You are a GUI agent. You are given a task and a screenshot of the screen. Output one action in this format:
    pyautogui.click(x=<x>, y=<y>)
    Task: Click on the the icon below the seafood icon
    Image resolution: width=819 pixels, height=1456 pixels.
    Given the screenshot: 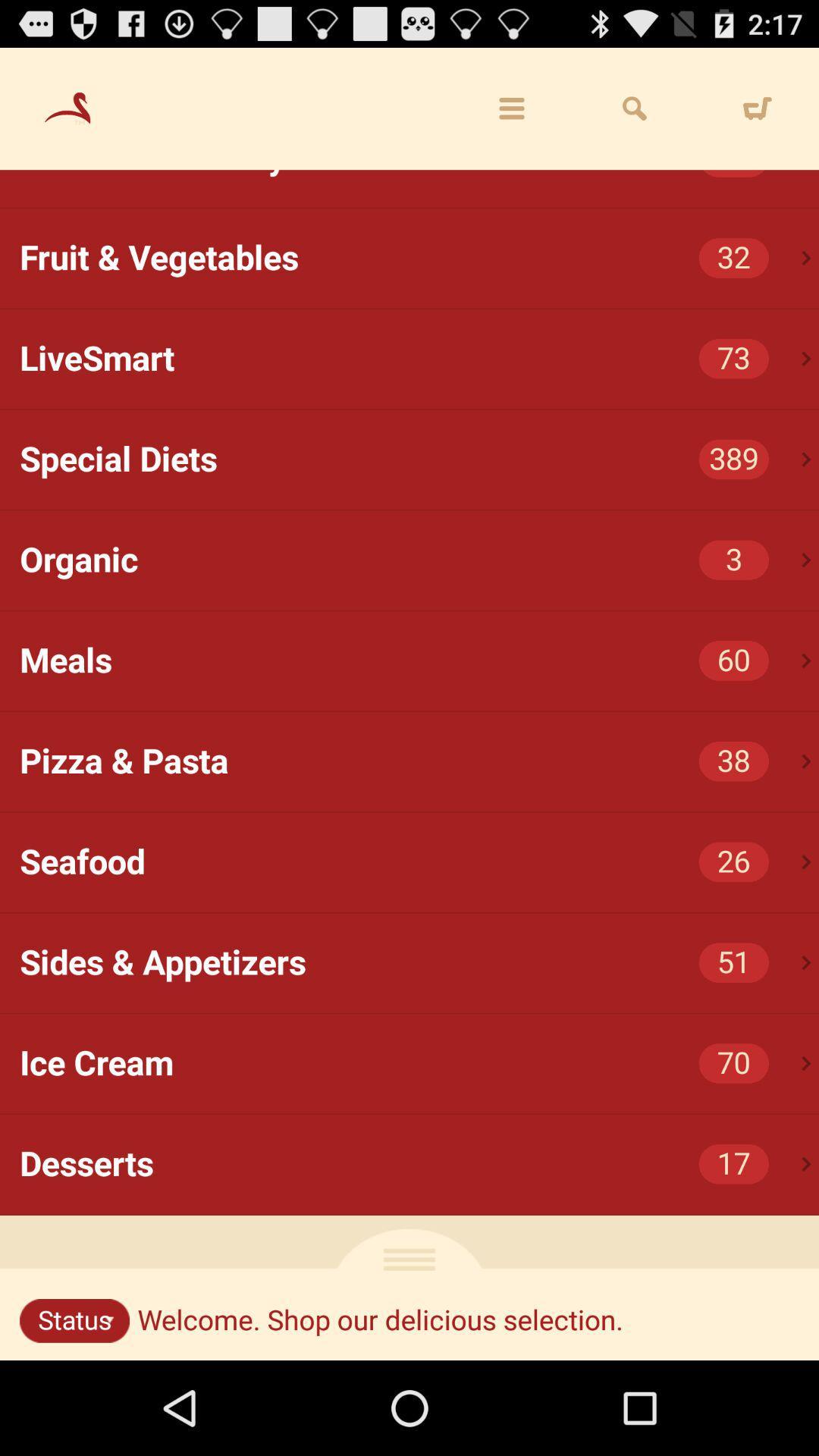 What is the action you would take?
    pyautogui.click(x=805, y=962)
    